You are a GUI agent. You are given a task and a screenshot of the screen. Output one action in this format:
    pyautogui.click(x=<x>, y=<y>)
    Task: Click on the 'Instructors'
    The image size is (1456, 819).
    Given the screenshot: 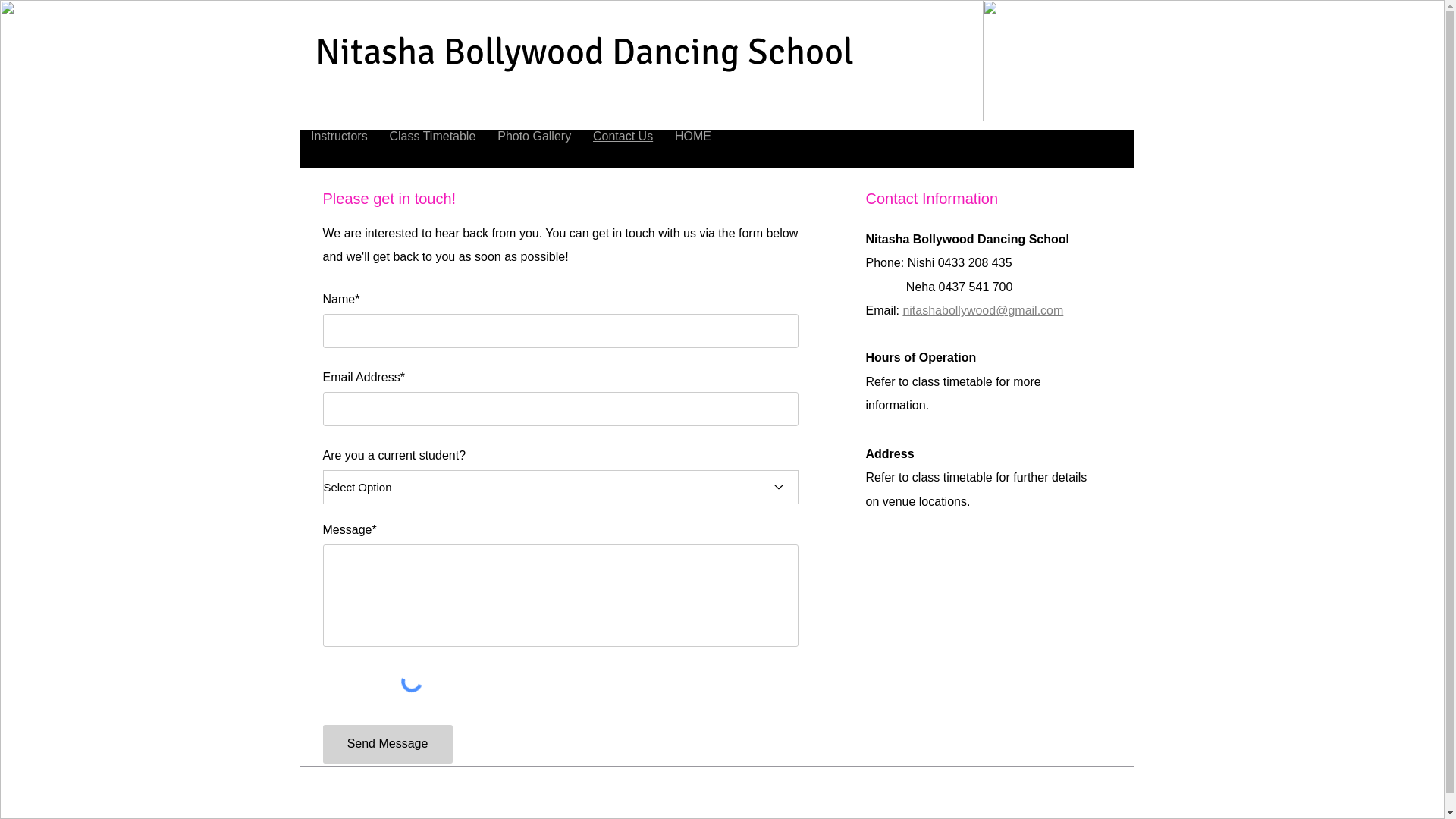 What is the action you would take?
    pyautogui.click(x=338, y=136)
    